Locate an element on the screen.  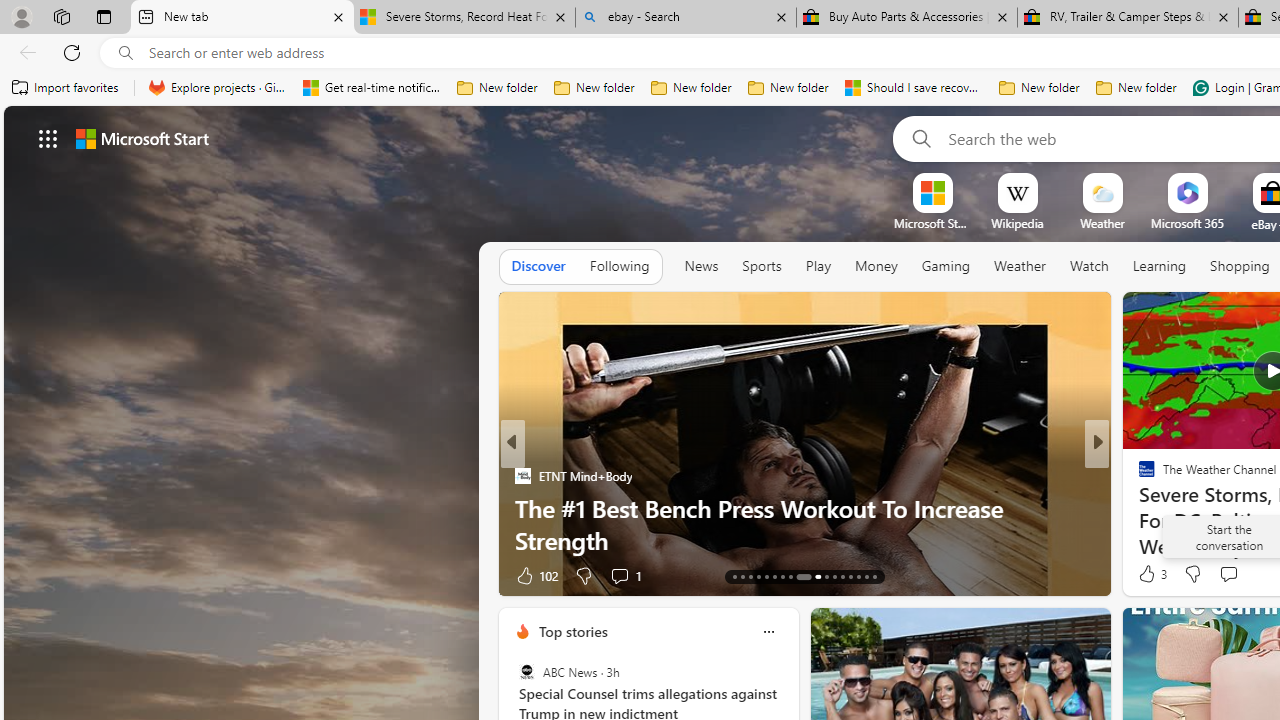
'AutomationID: tab-29' is located at coordinates (874, 577).